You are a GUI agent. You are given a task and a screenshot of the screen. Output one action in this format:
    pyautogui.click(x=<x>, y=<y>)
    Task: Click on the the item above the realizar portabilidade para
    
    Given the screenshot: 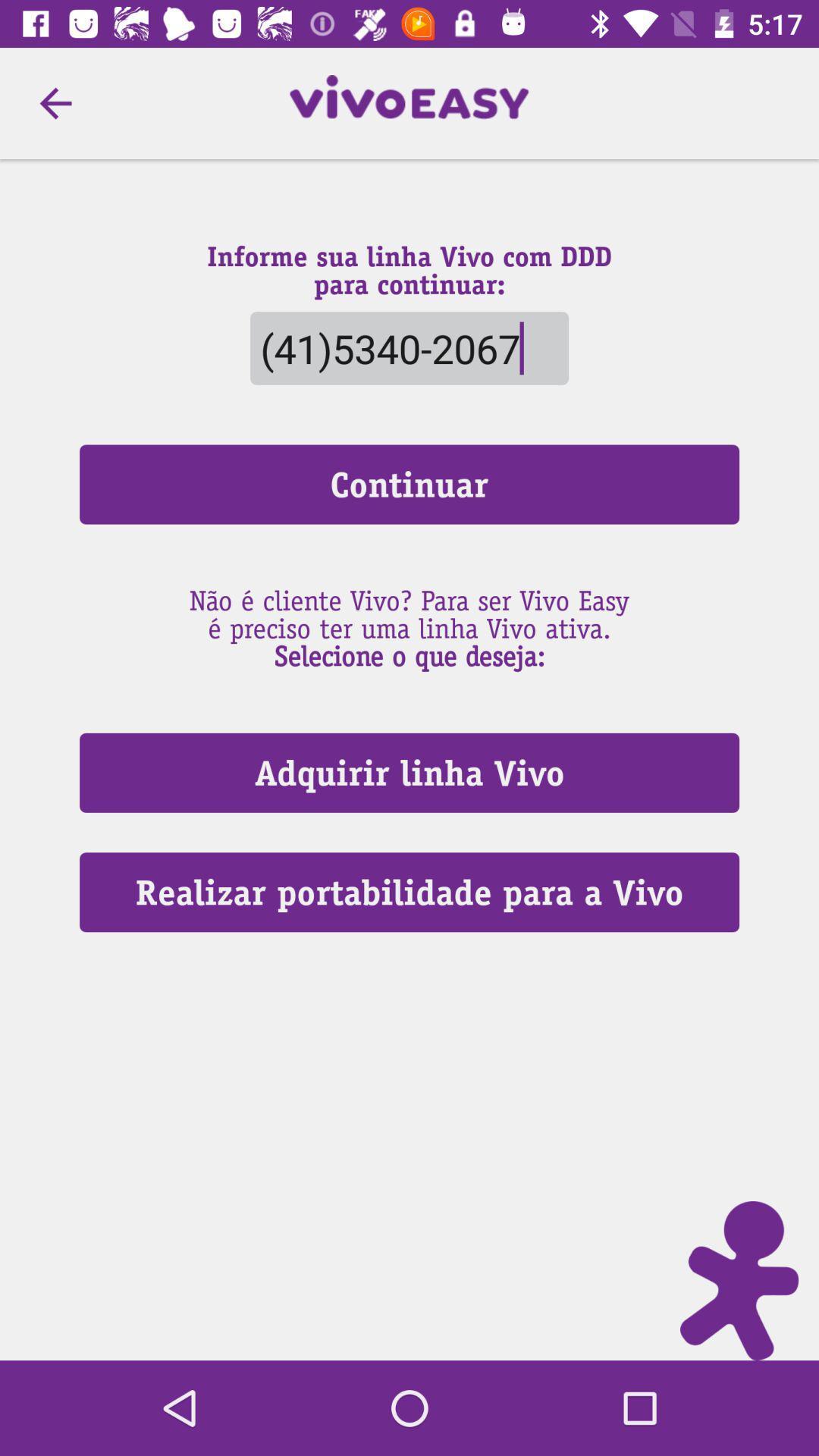 What is the action you would take?
    pyautogui.click(x=409, y=773)
    